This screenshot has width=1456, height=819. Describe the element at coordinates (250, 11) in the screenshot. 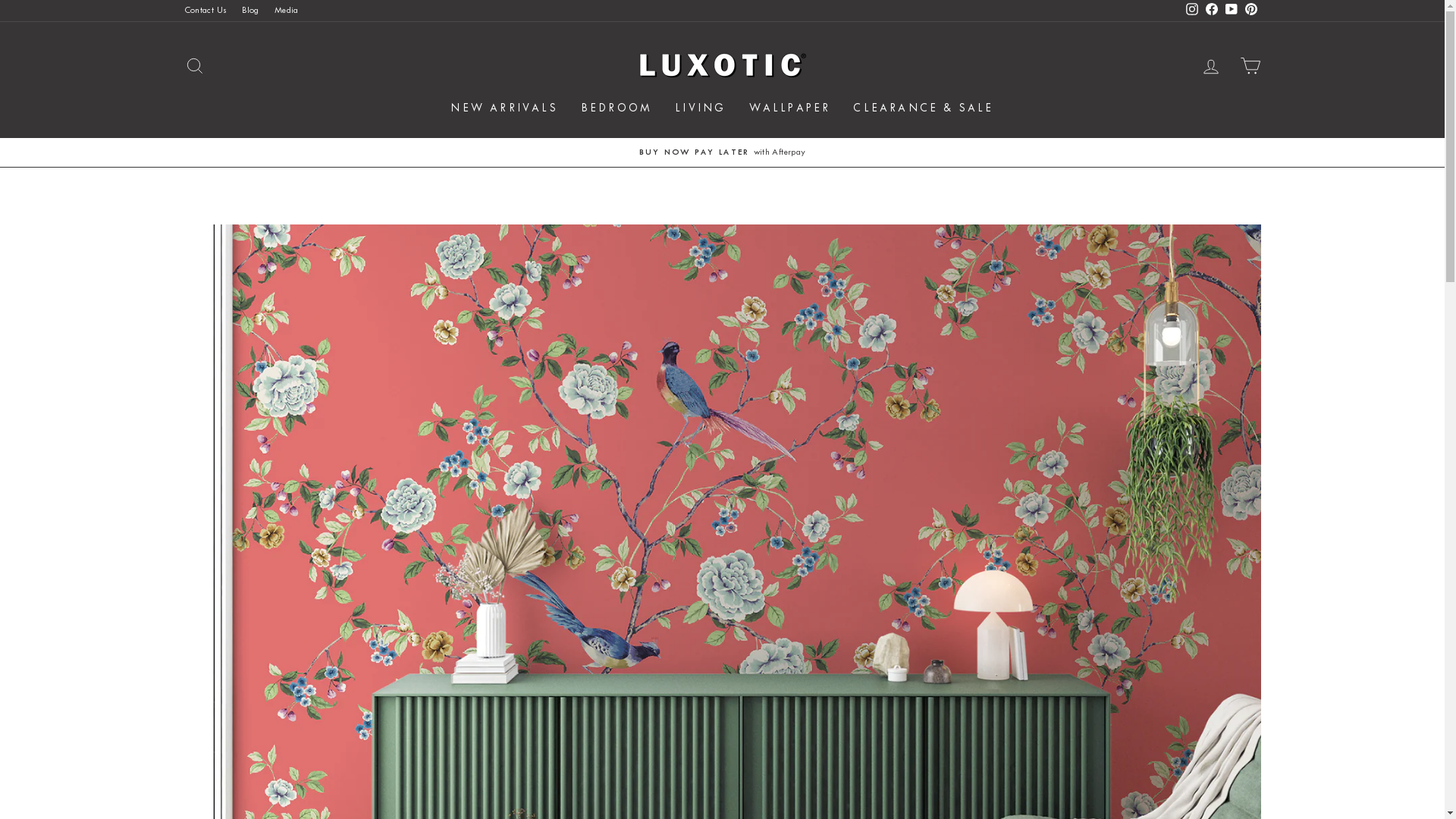

I see `'Blog'` at that location.